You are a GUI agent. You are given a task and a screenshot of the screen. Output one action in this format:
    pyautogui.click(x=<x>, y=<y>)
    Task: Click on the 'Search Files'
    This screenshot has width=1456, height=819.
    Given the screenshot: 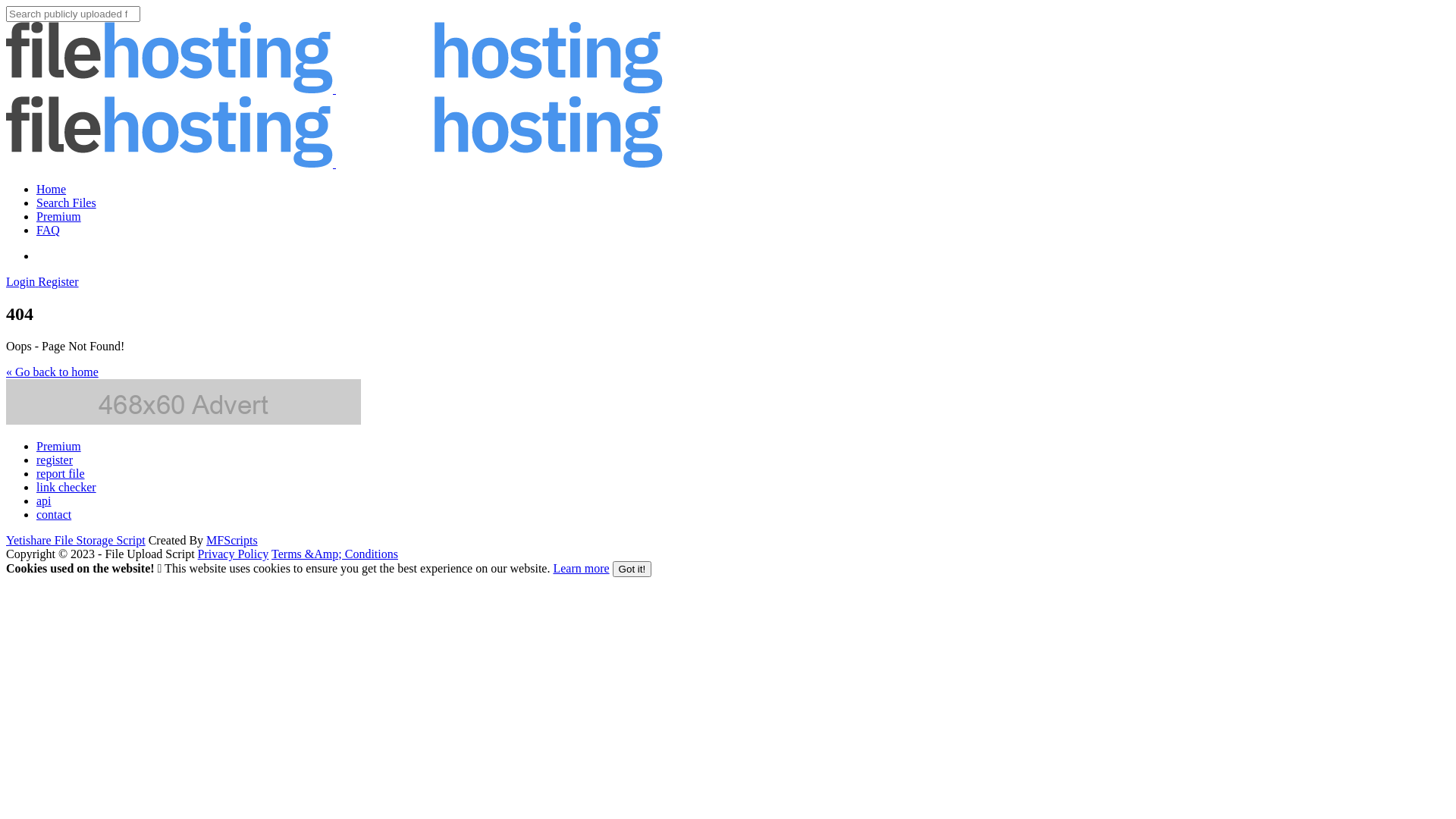 What is the action you would take?
    pyautogui.click(x=36, y=202)
    